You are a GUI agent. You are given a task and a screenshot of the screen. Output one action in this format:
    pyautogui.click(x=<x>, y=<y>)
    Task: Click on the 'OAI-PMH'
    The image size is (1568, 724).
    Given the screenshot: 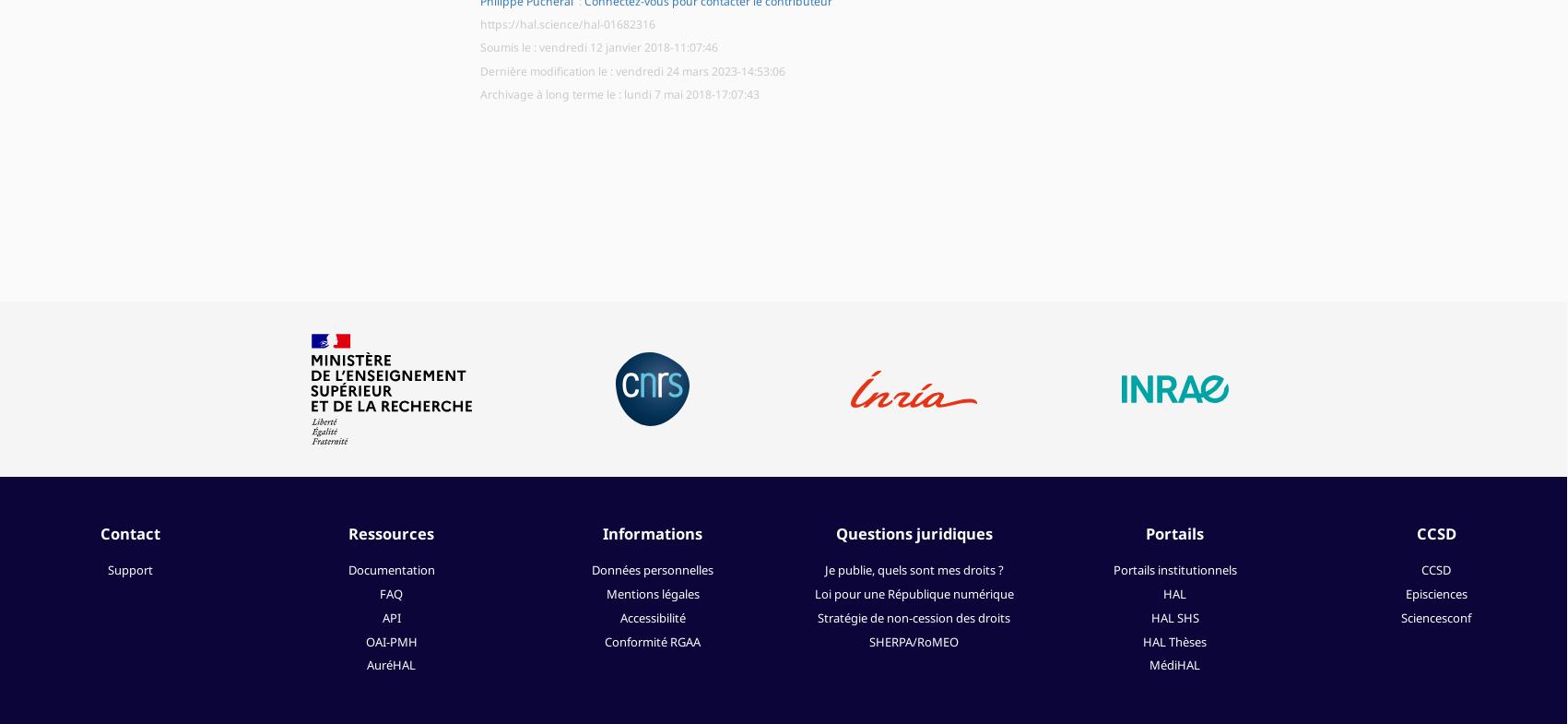 What is the action you would take?
    pyautogui.click(x=390, y=641)
    